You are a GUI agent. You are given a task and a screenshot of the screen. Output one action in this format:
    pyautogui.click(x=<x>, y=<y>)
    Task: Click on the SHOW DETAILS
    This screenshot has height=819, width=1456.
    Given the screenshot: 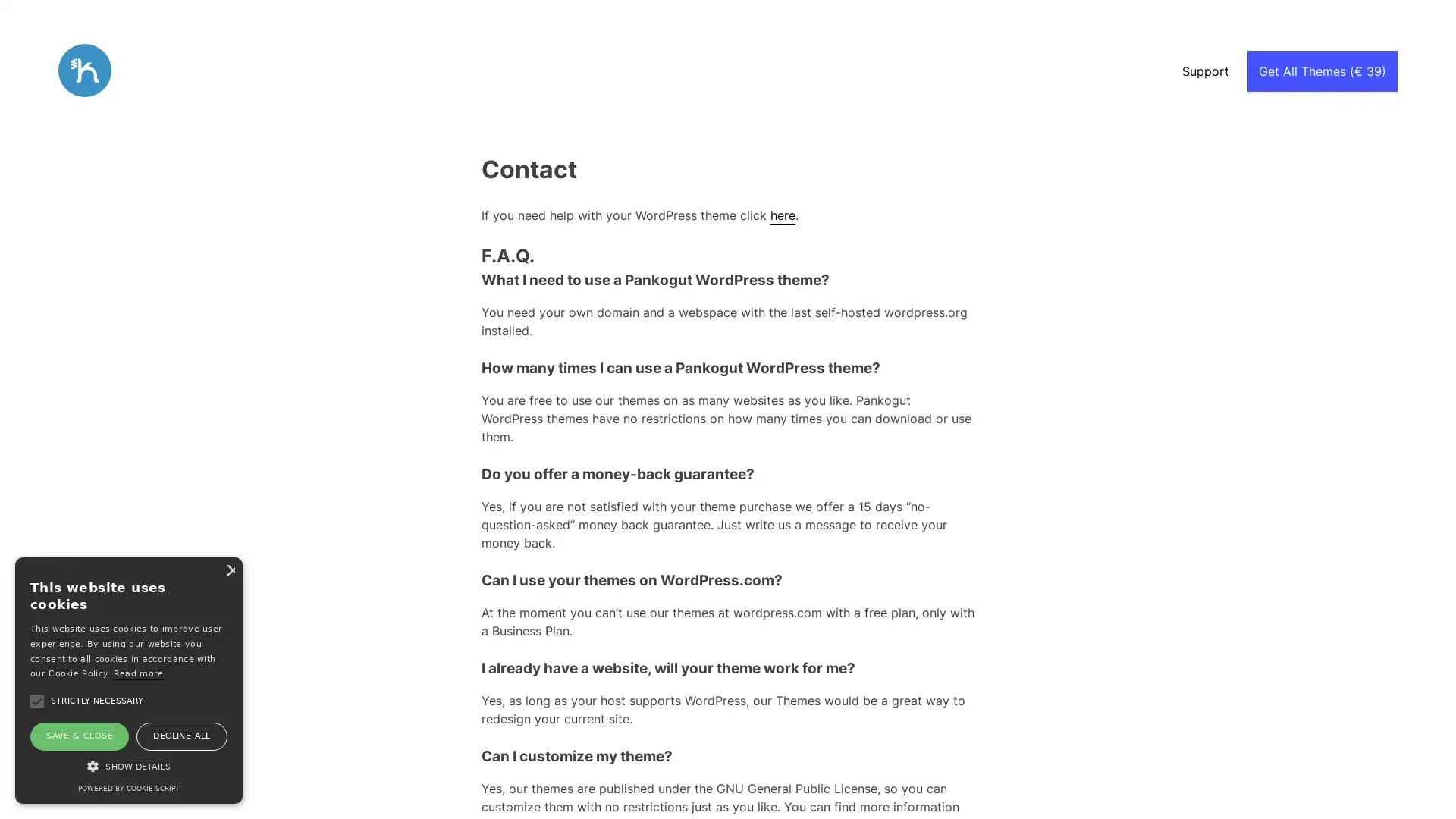 What is the action you would take?
    pyautogui.click(x=128, y=765)
    